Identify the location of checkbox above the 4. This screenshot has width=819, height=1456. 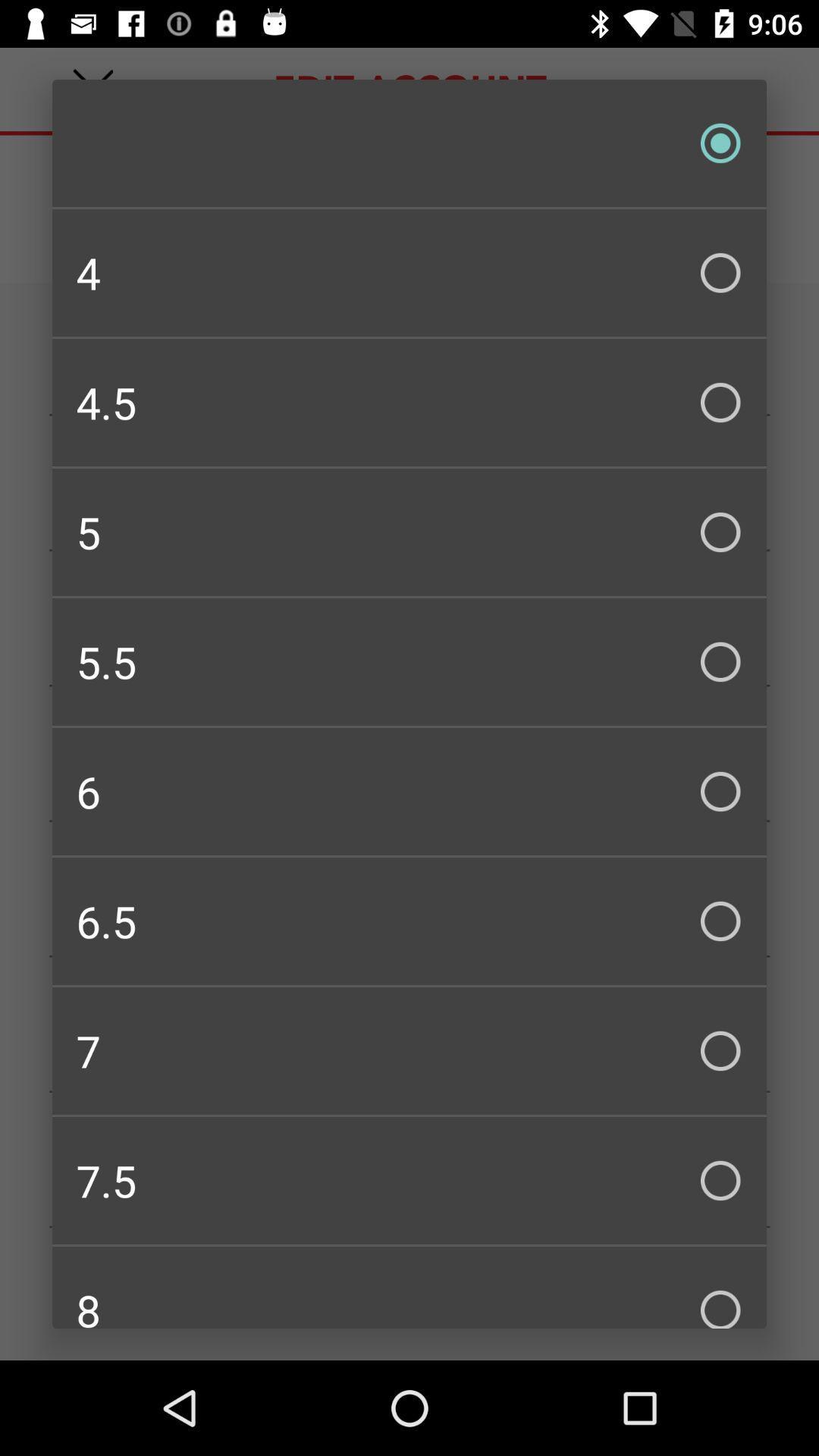
(409, 143).